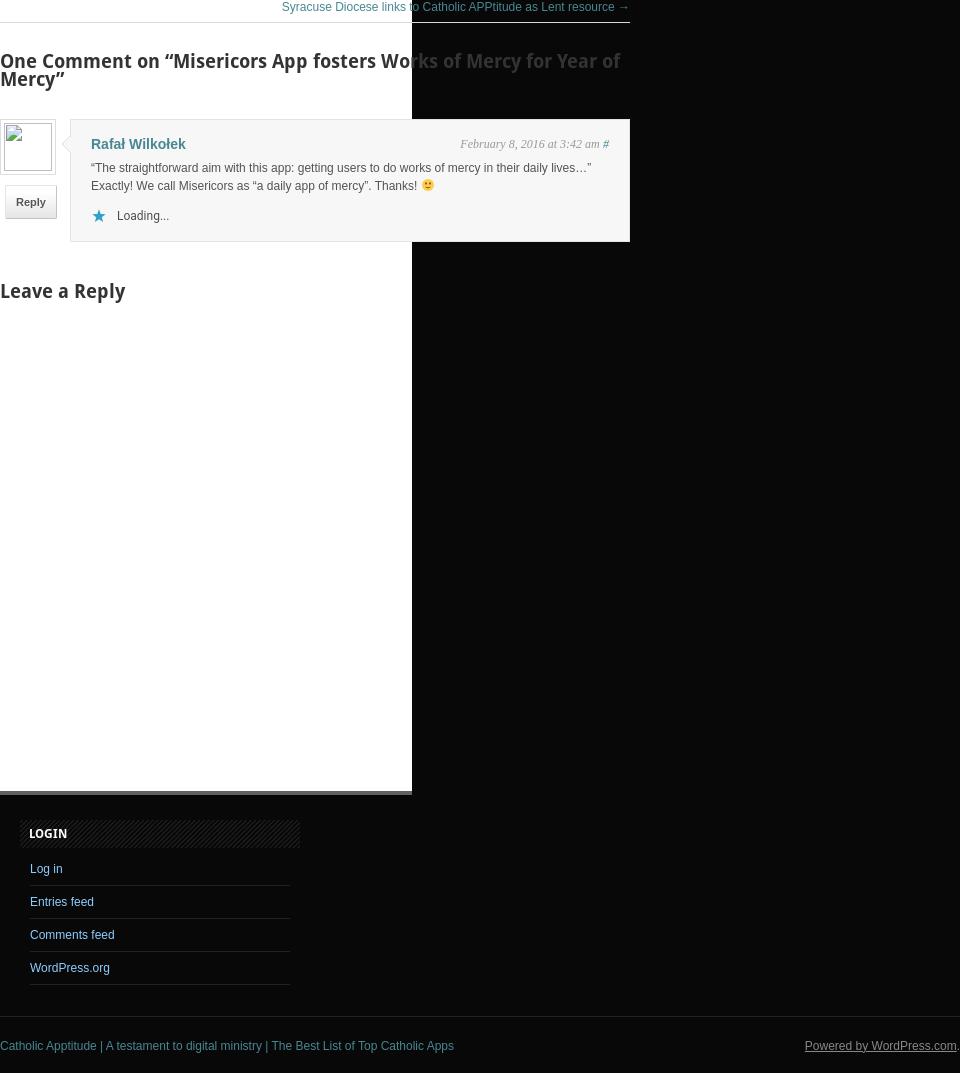 This screenshot has height=1073, width=960. What do you see at coordinates (309, 69) in the screenshot?
I see `'One Comment on “Misericors App fosters Works of Mercy for Year of Mercy”'` at bounding box center [309, 69].